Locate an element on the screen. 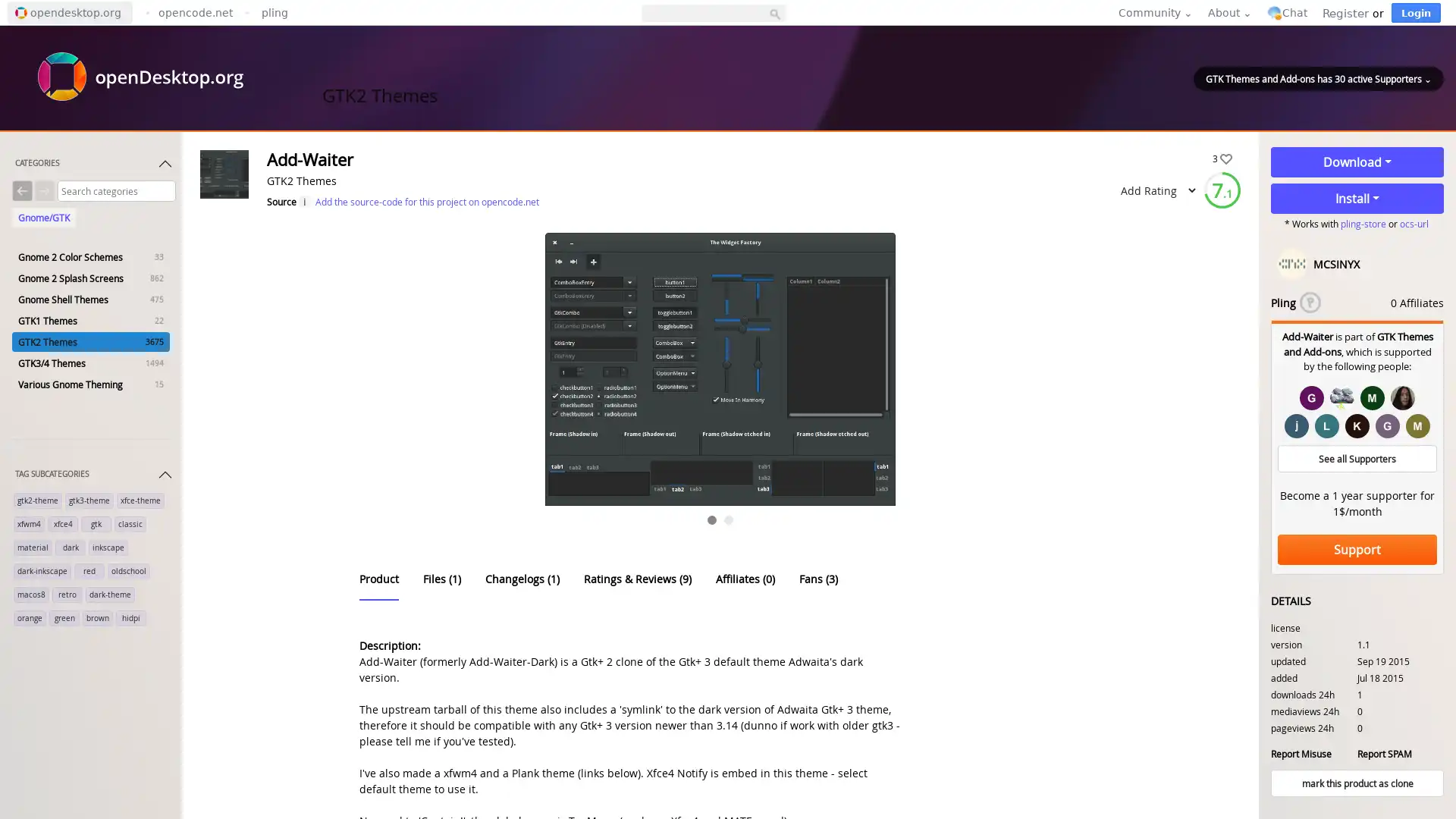  TAG SUBCATEGORIES is located at coordinates (93, 476).